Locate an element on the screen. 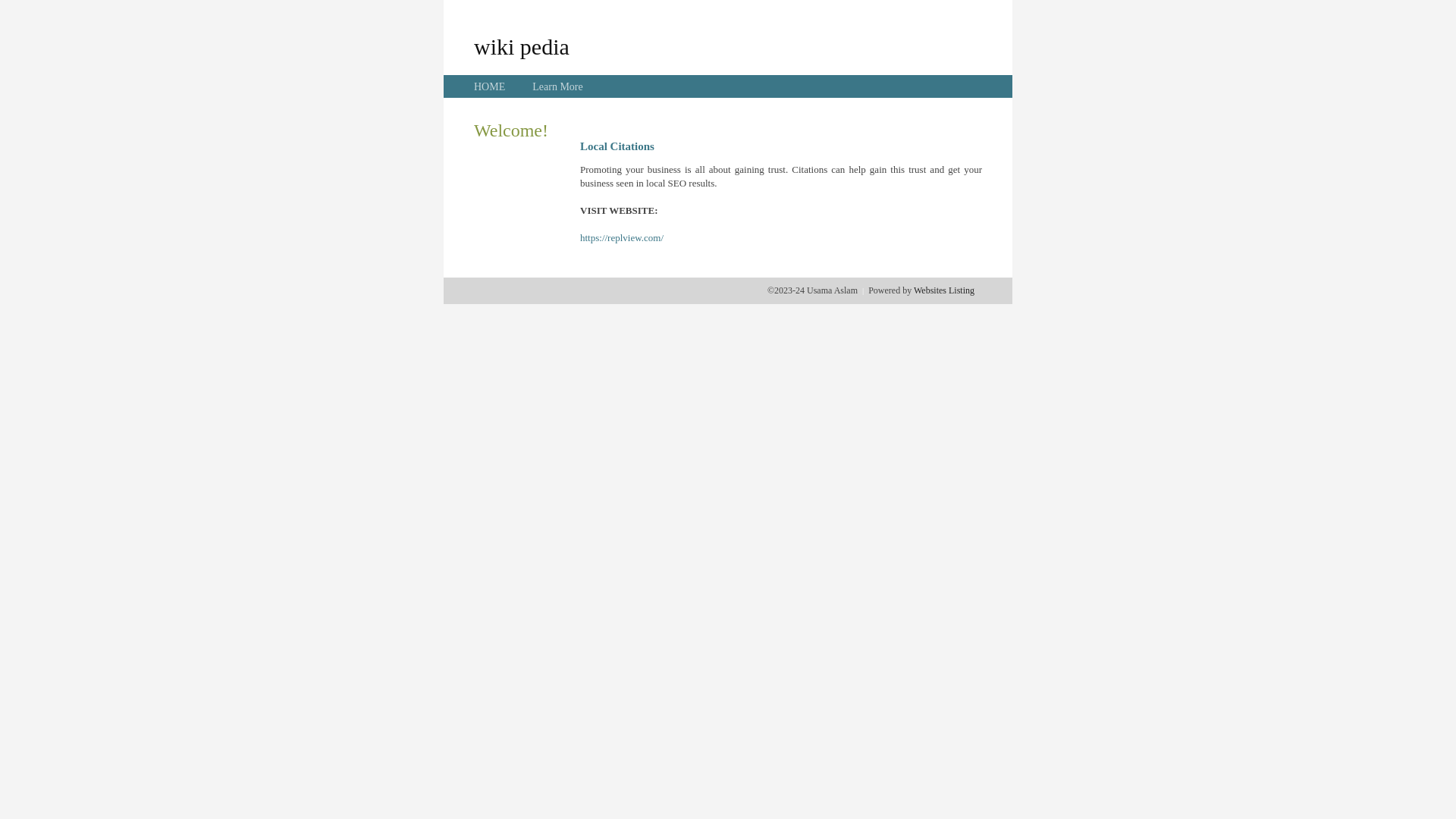 Image resolution: width=1456 pixels, height=819 pixels. 'wiki pedia' is located at coordinates (521, 45).